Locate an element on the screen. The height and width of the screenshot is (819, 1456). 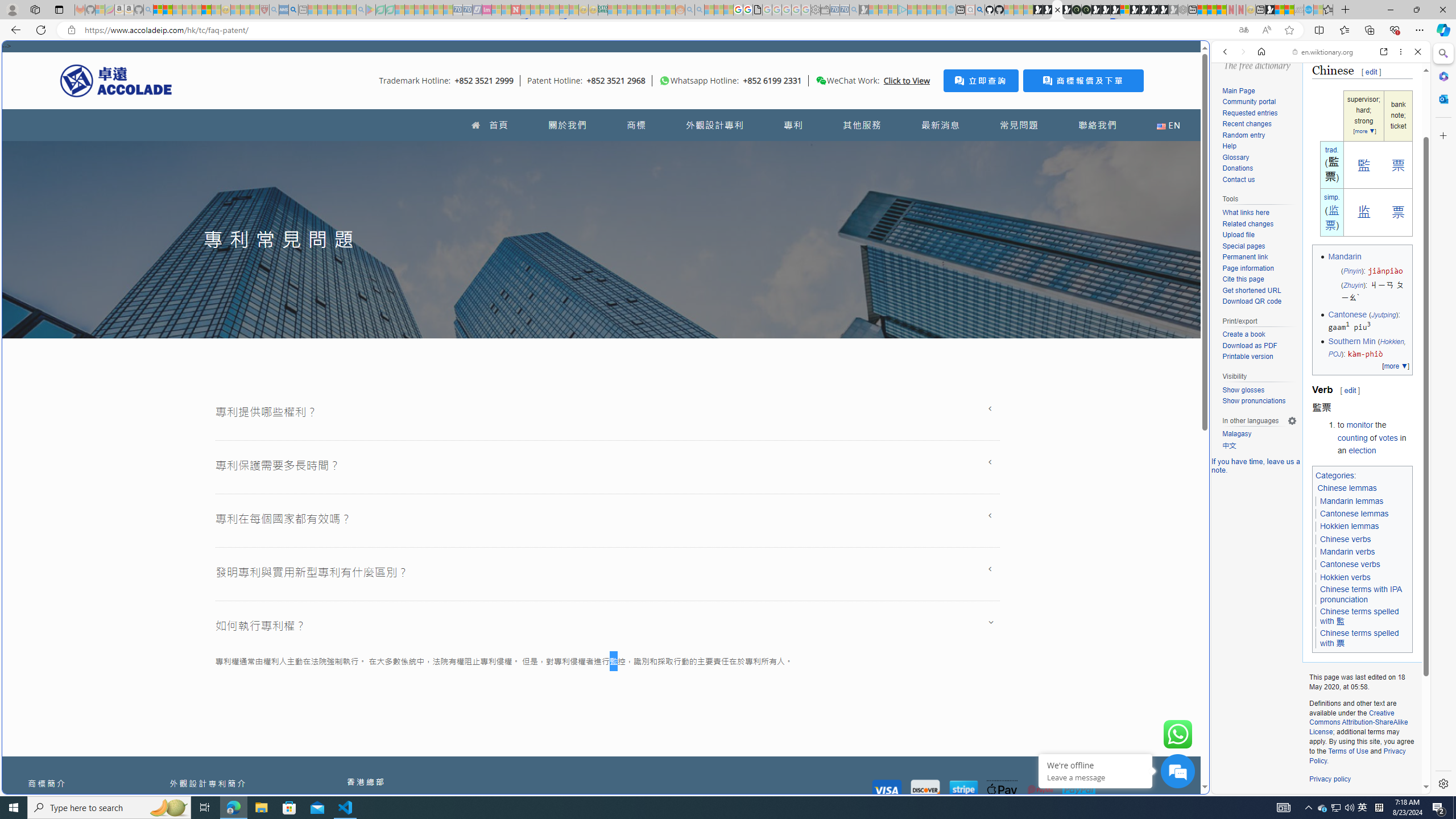
'What links here' is located at coordinates (1259, 213).